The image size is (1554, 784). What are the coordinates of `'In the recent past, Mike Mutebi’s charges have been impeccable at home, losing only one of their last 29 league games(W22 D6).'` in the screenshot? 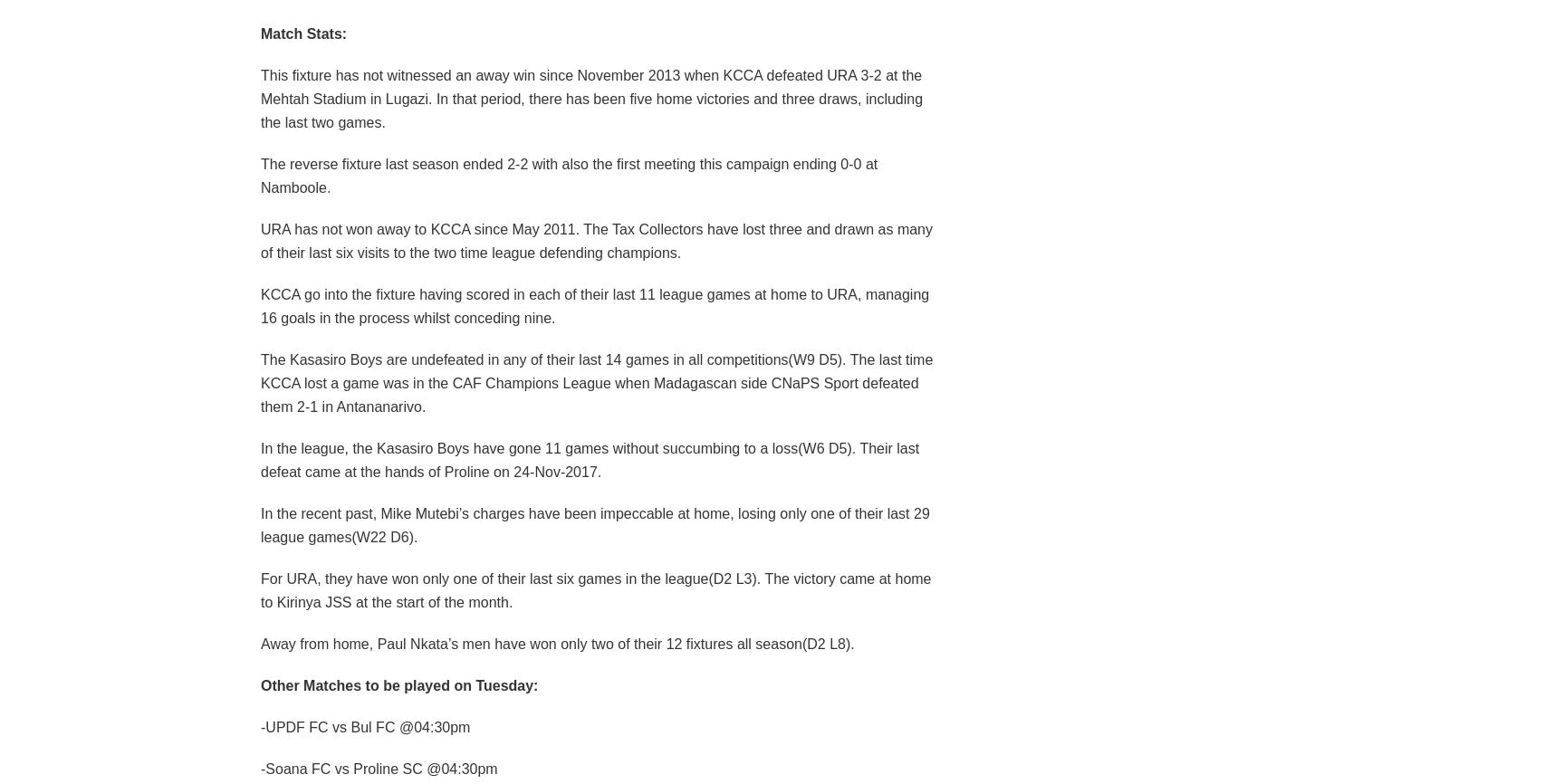 It's located at (594, 524).